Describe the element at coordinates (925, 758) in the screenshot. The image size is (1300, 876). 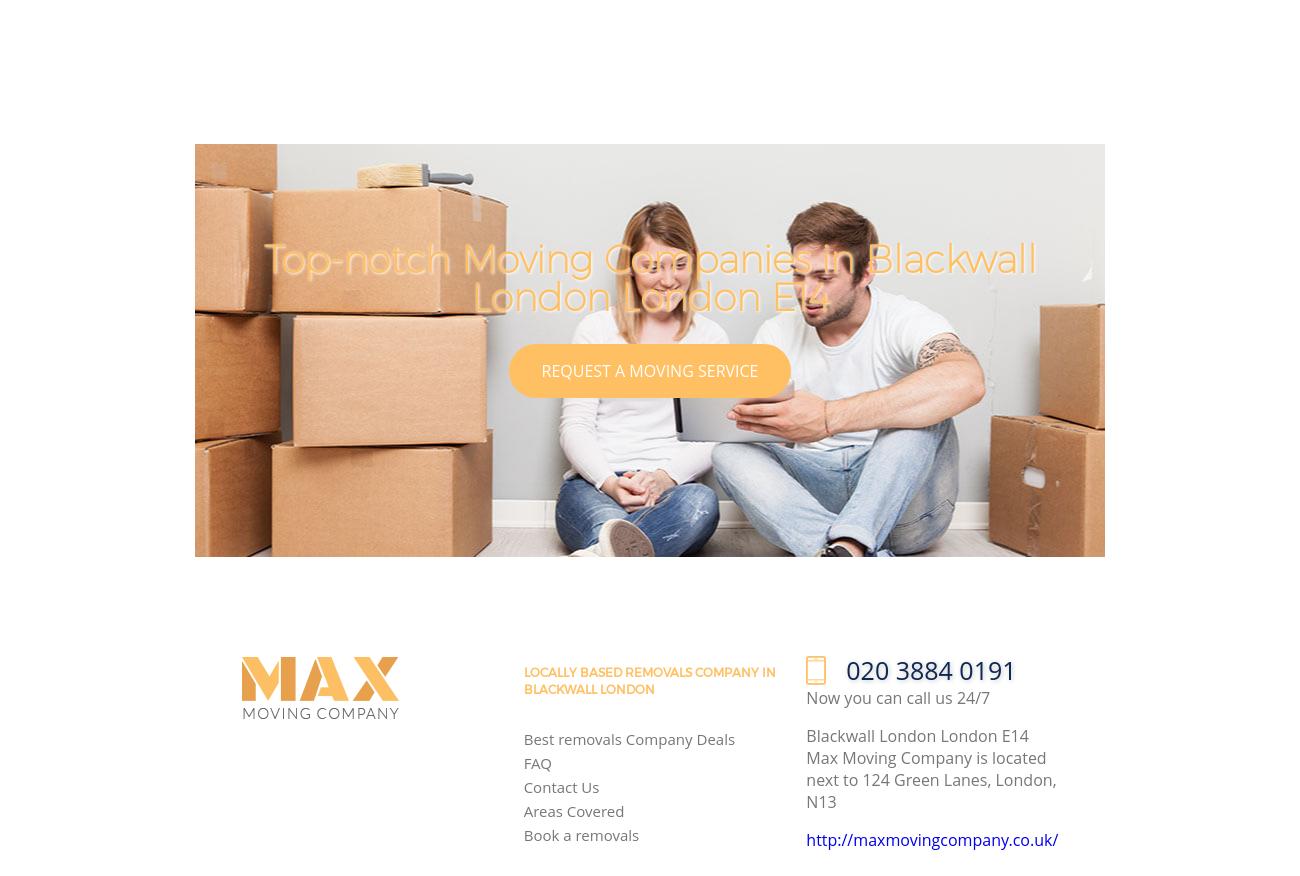
I see `'Blackwall London London E14 Max Moving Company is located next to'` at that location.